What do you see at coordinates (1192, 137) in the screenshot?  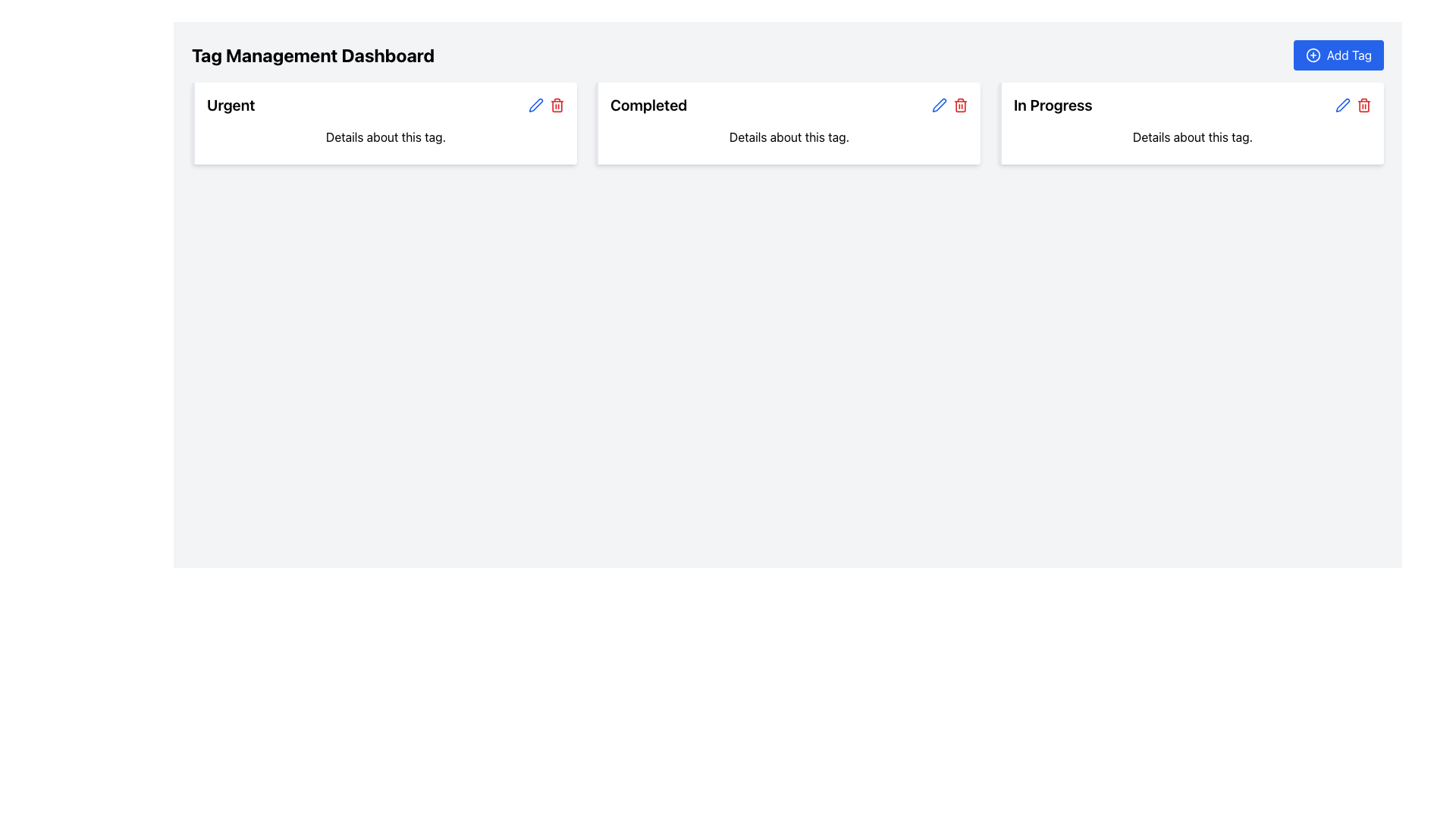 I see `the descriptive text label located below the title 'In Progress' to emphasize it` at bounding box center [1192, 137].